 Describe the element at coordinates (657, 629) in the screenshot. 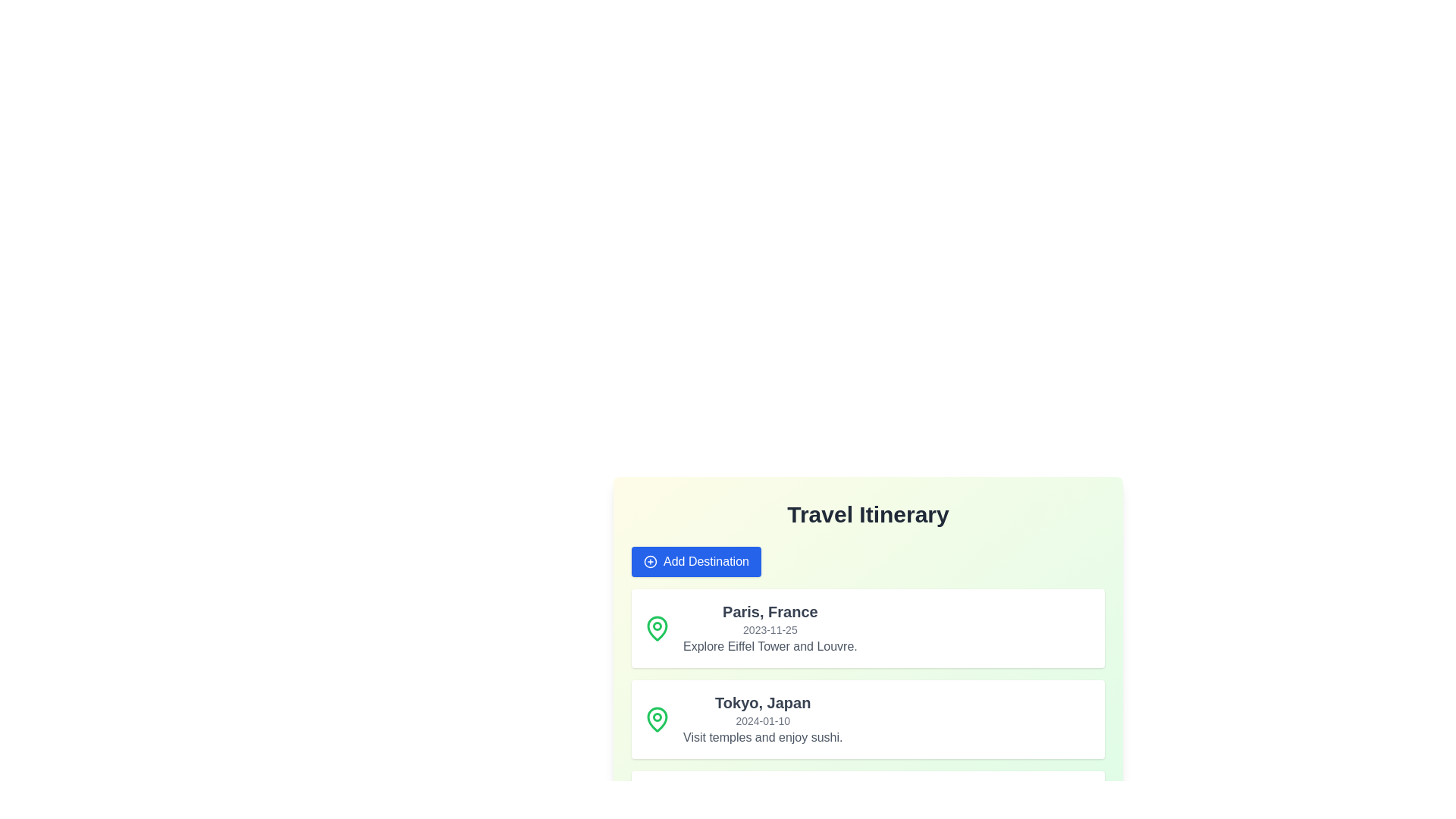

I see `the map pin icon for Paris, France` at that location.